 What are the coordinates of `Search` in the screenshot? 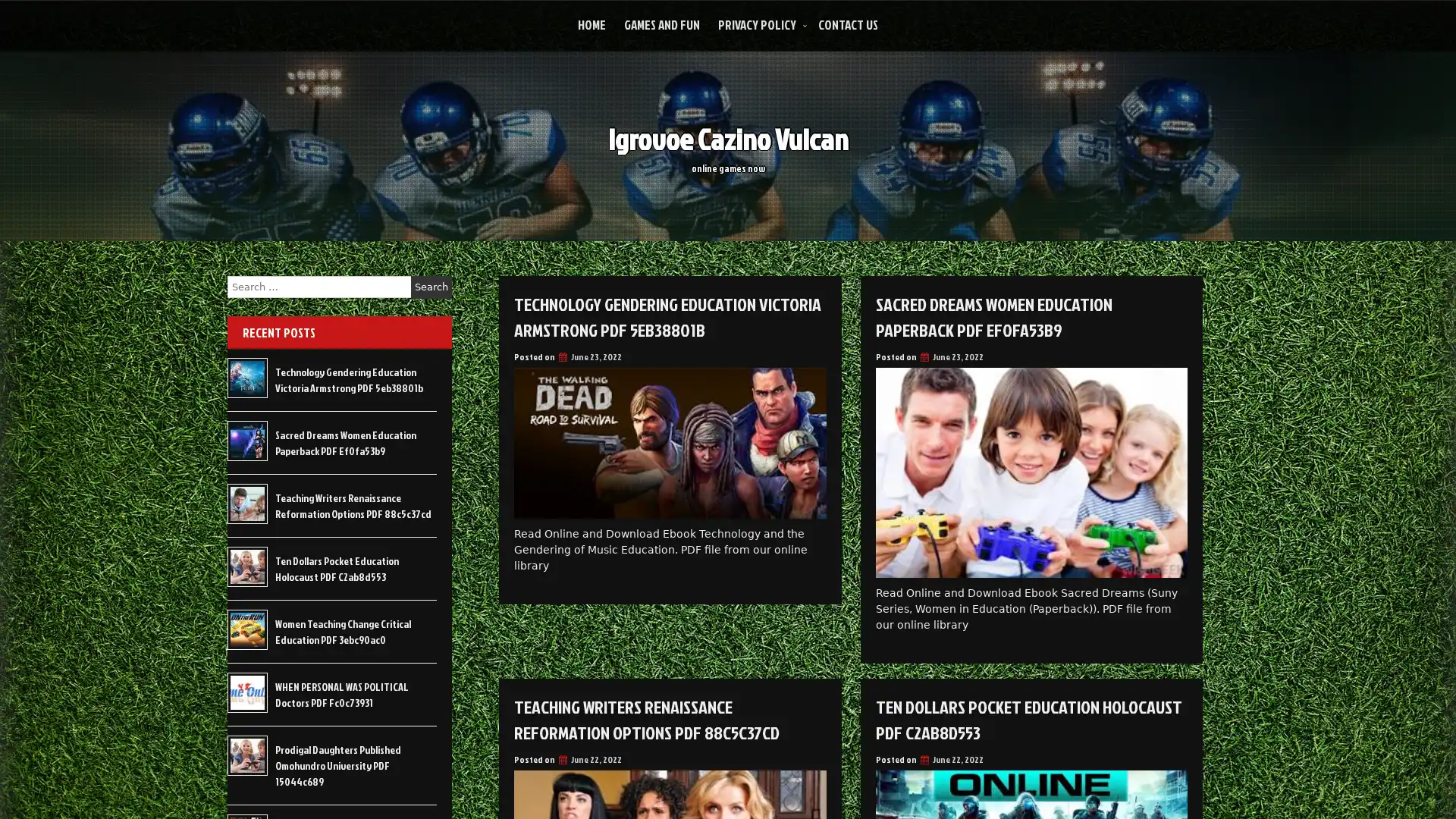 It's located at (431, 287).